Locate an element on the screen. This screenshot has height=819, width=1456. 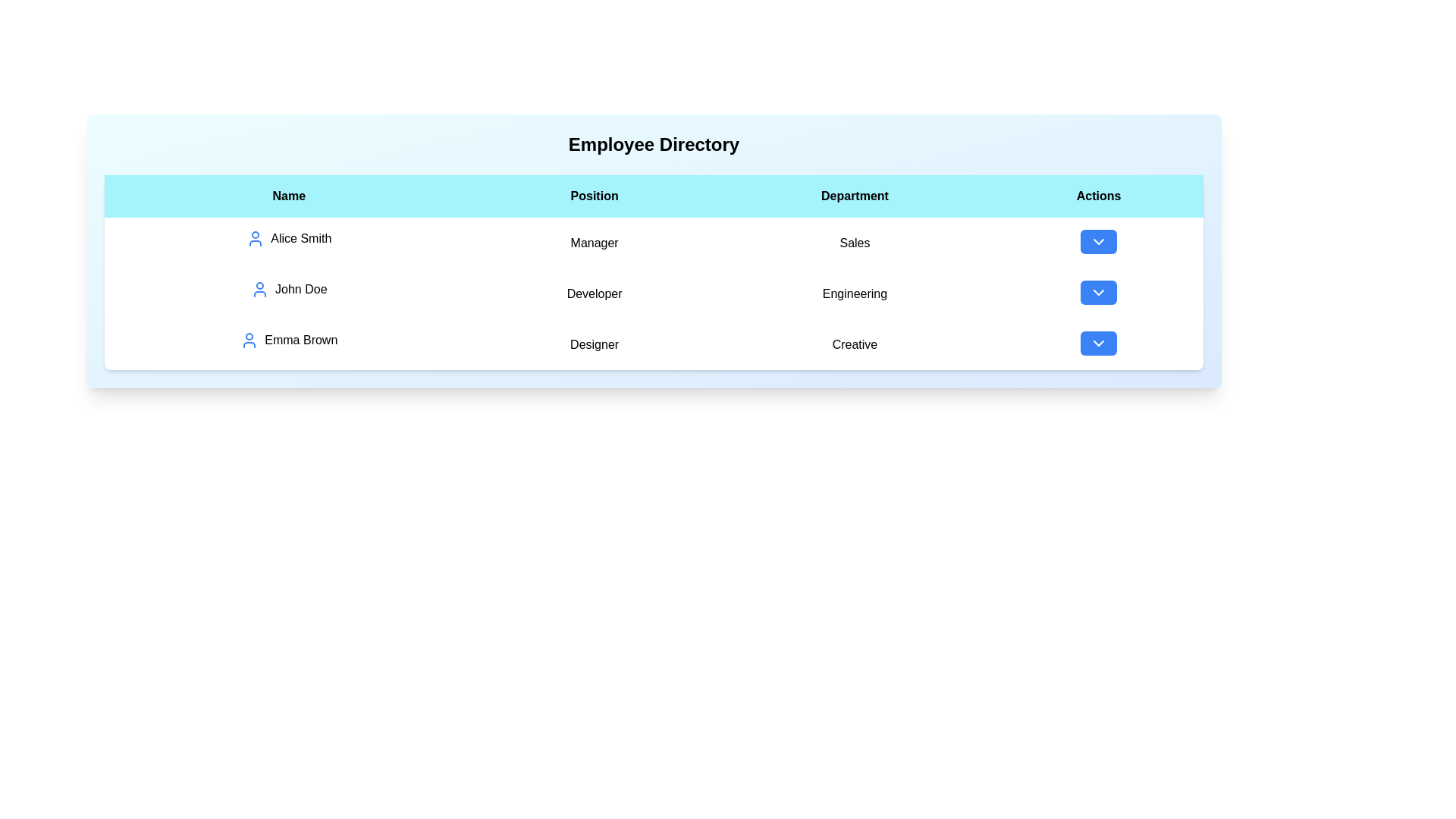
the downward-pointing chevron icon within the blue button in the 'Actions' column for the row labeled 'John Doe' is located at coordinates (1099, 292).